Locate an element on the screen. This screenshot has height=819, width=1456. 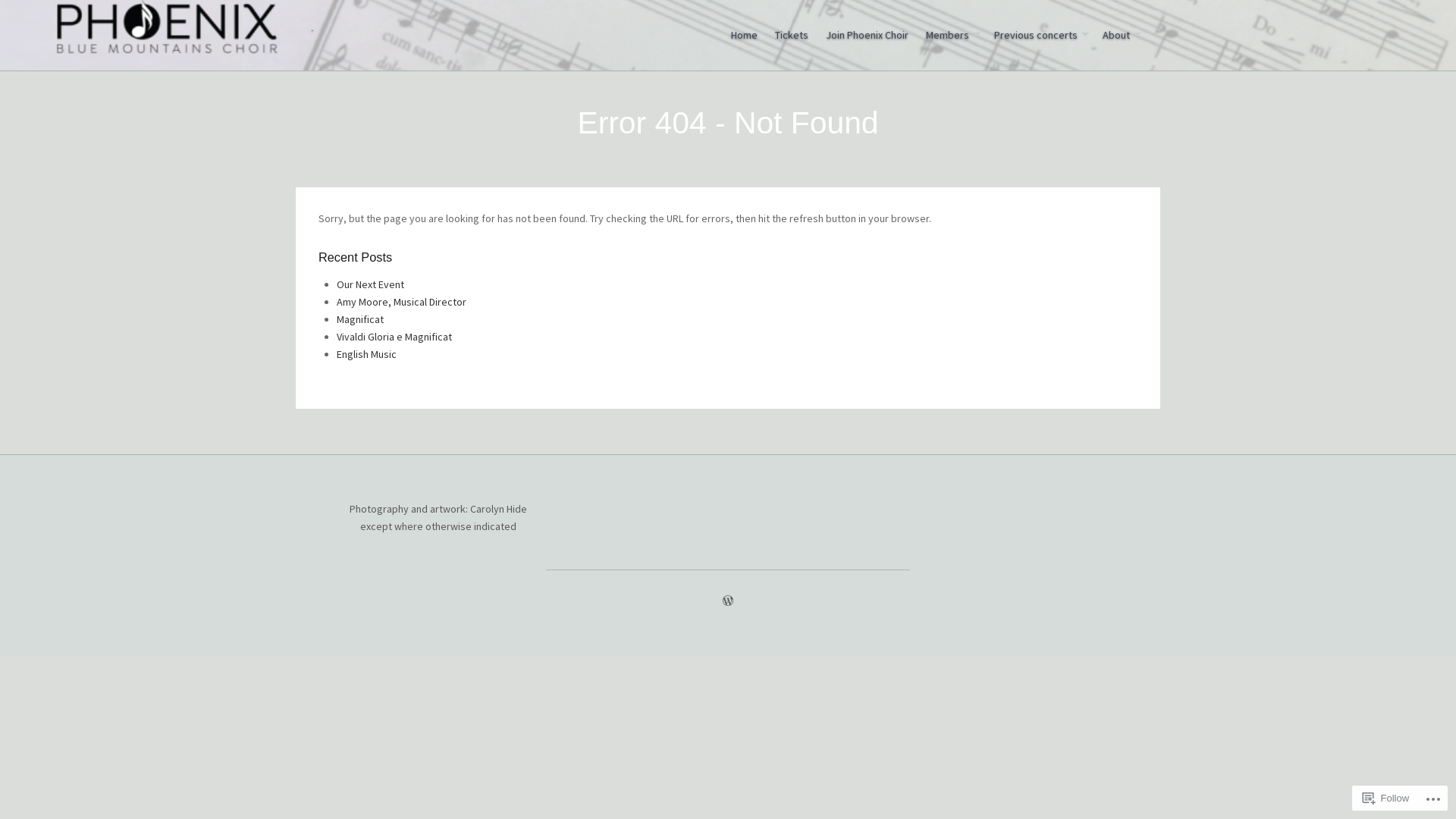
'Vivaldi Gloria e Magnificat' is located at coordinates (394, 335).